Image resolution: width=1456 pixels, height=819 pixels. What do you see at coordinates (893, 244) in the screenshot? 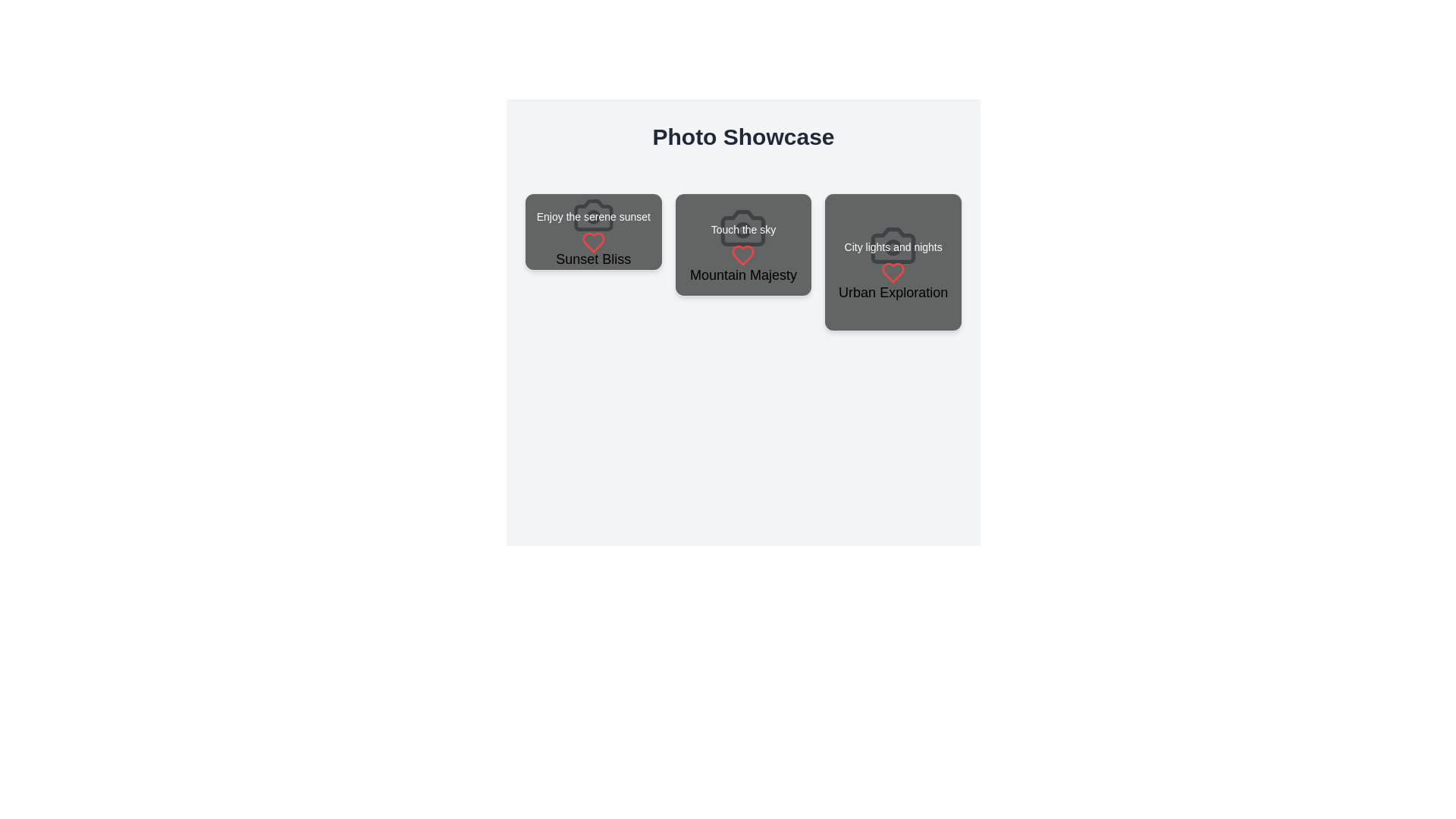
I see `the camera icon centered within the 'Urban Exploration' card for potential interactions` at bounding box center [893, 244].